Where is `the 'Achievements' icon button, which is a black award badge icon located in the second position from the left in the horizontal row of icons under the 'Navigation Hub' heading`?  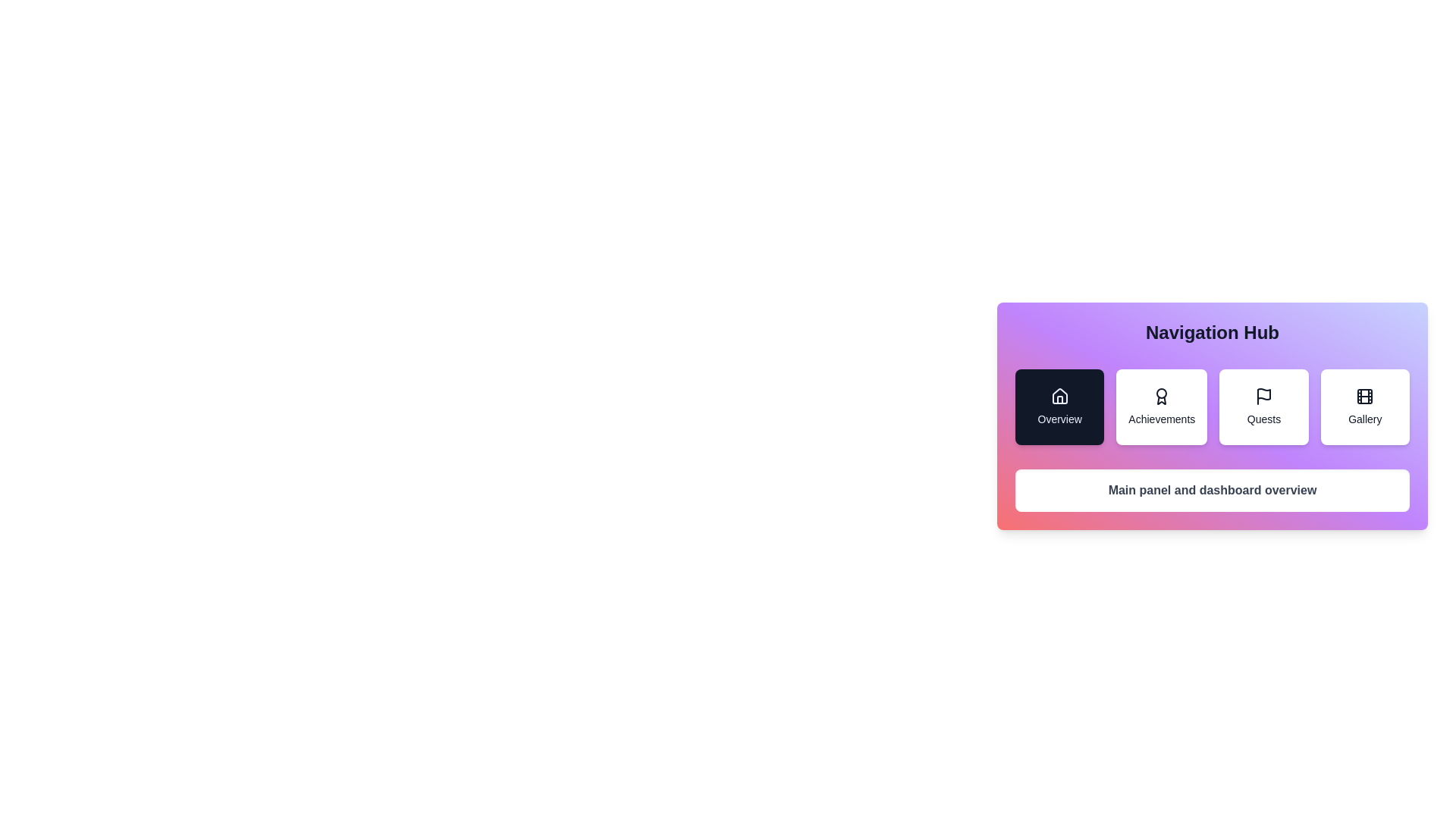 the 'Achievements' icon button, which is a black award badge icon located in the second position from the left in the horizontal row of icons under the 'Navigation Hub' heading is located at coordinates (1161, 396).